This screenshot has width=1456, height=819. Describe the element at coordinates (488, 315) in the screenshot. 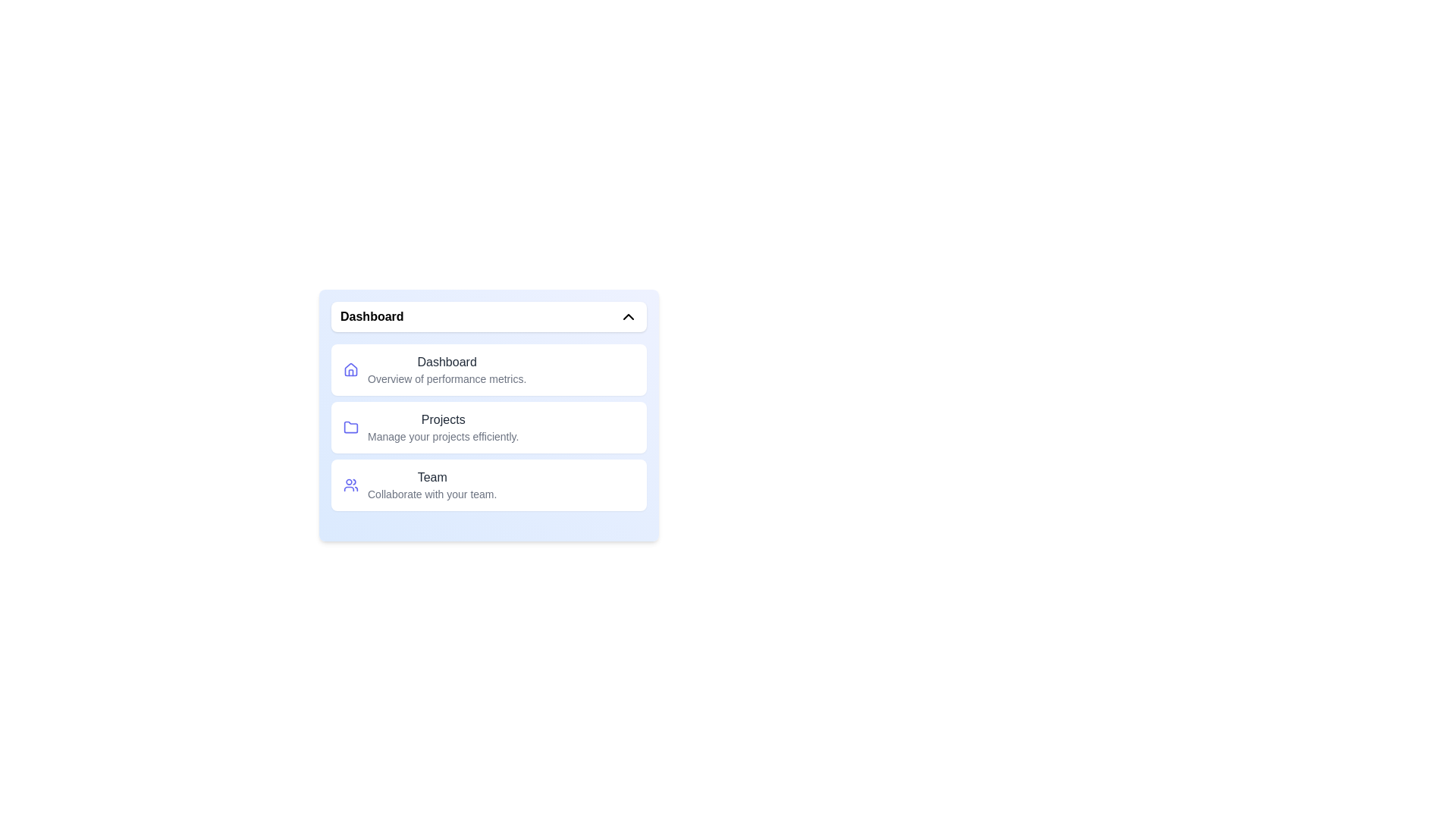

I see `the toggle button to close the menu` at that location.